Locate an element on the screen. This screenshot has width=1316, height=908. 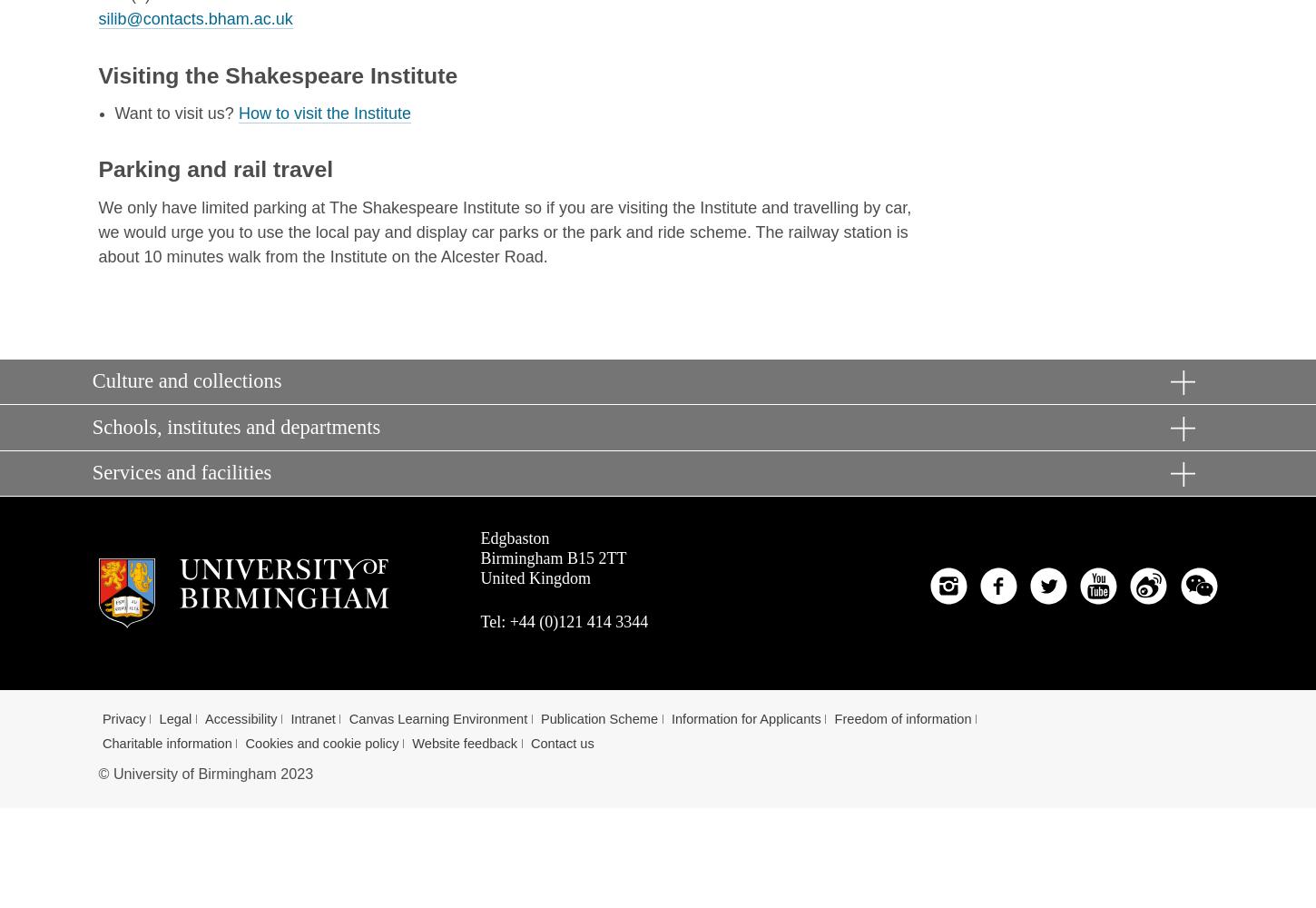
'silib@contacts.bham.ac.uk' is located at coordinates (194, 18).